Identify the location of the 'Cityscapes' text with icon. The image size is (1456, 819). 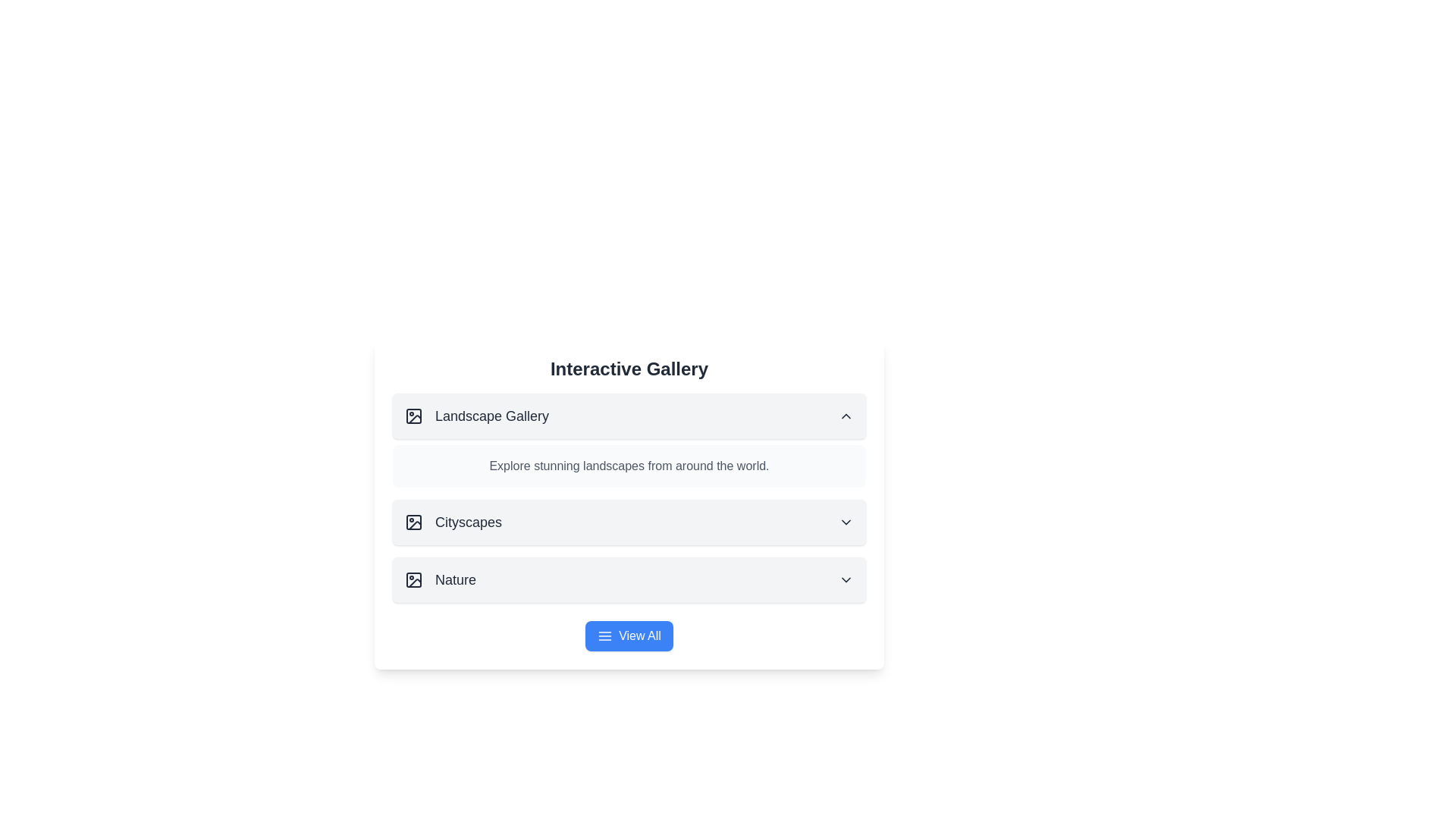
(453, 522).